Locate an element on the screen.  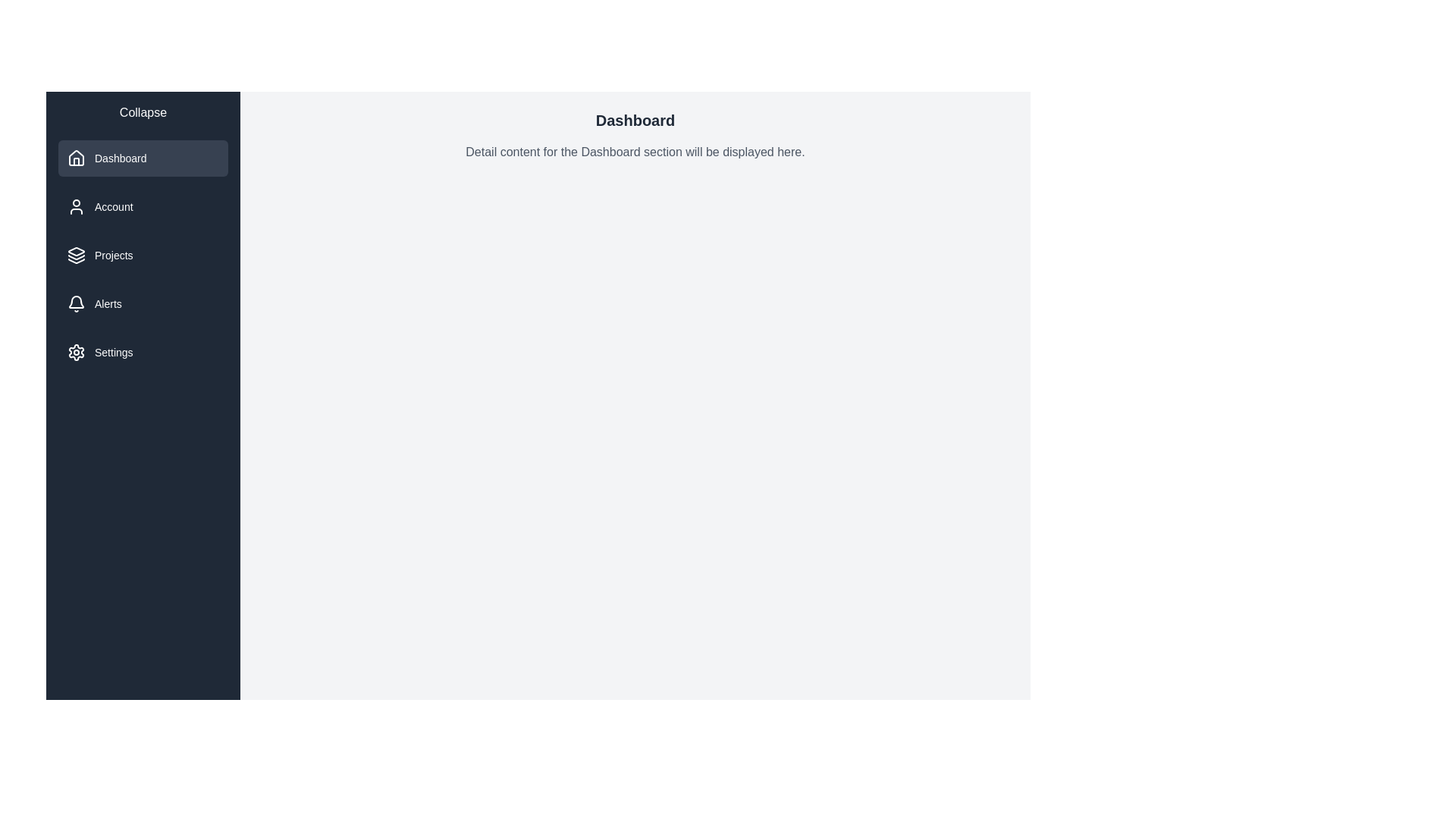
the menu item labeled Projects to display its related content is located at coordinates (143, 254).